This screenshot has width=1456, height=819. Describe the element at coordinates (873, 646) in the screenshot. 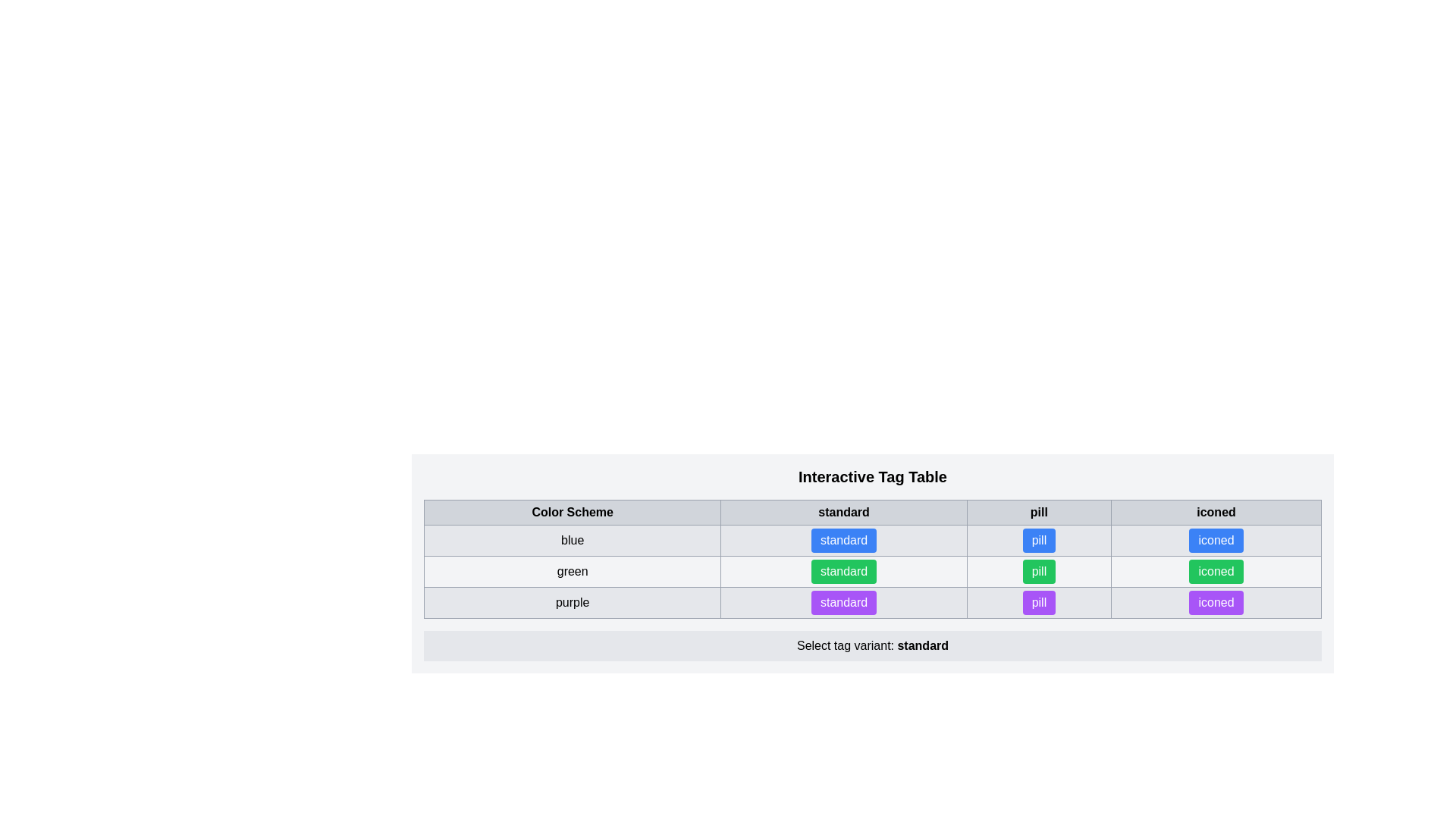

I see `the informational text that says 'Select tag variant: standard', located at the bottom of the interface below the 'Interactive Tag Table' section` at that location.